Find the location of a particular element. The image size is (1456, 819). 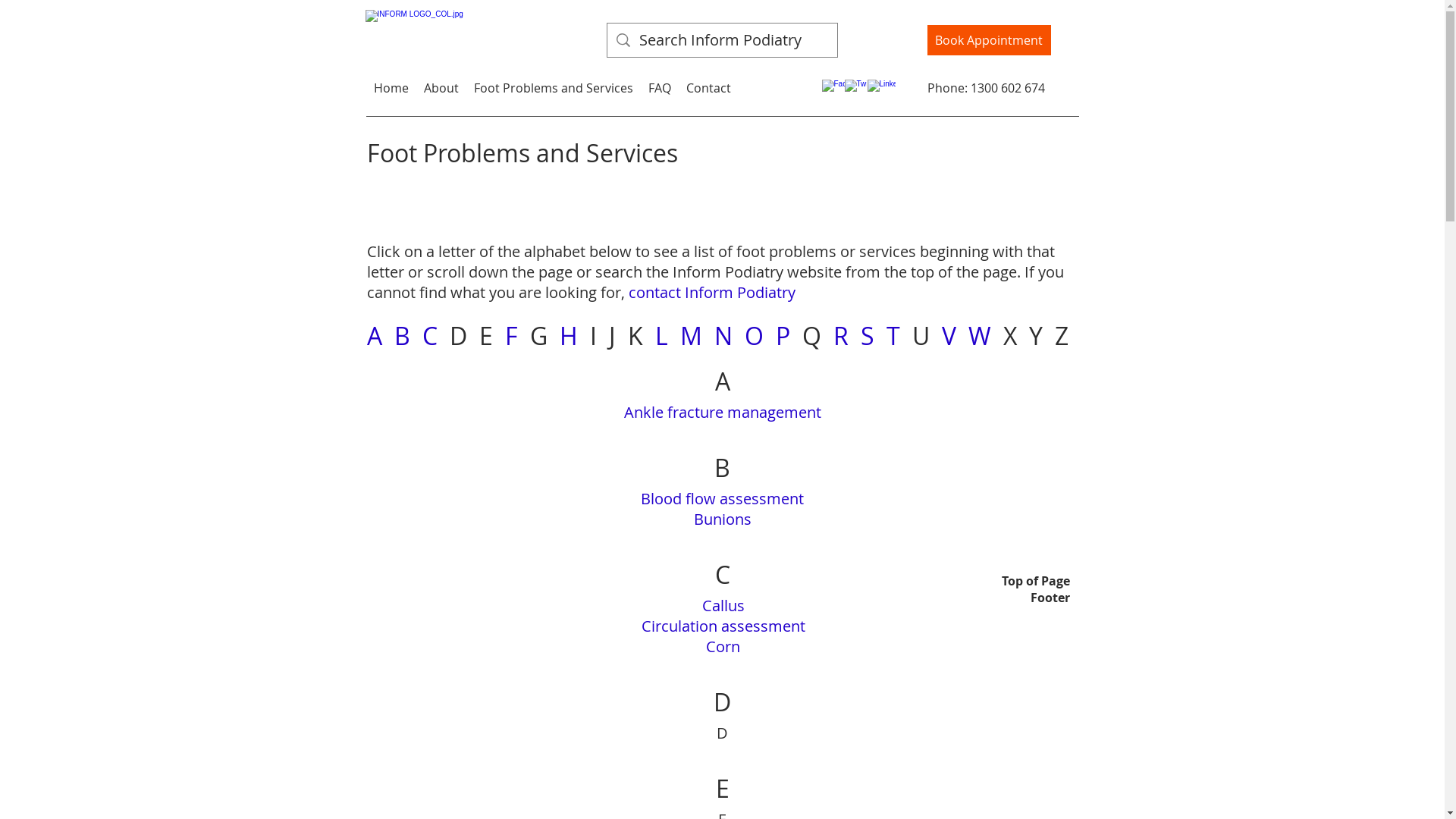

'Contact' is located at coordinates (707, 87).